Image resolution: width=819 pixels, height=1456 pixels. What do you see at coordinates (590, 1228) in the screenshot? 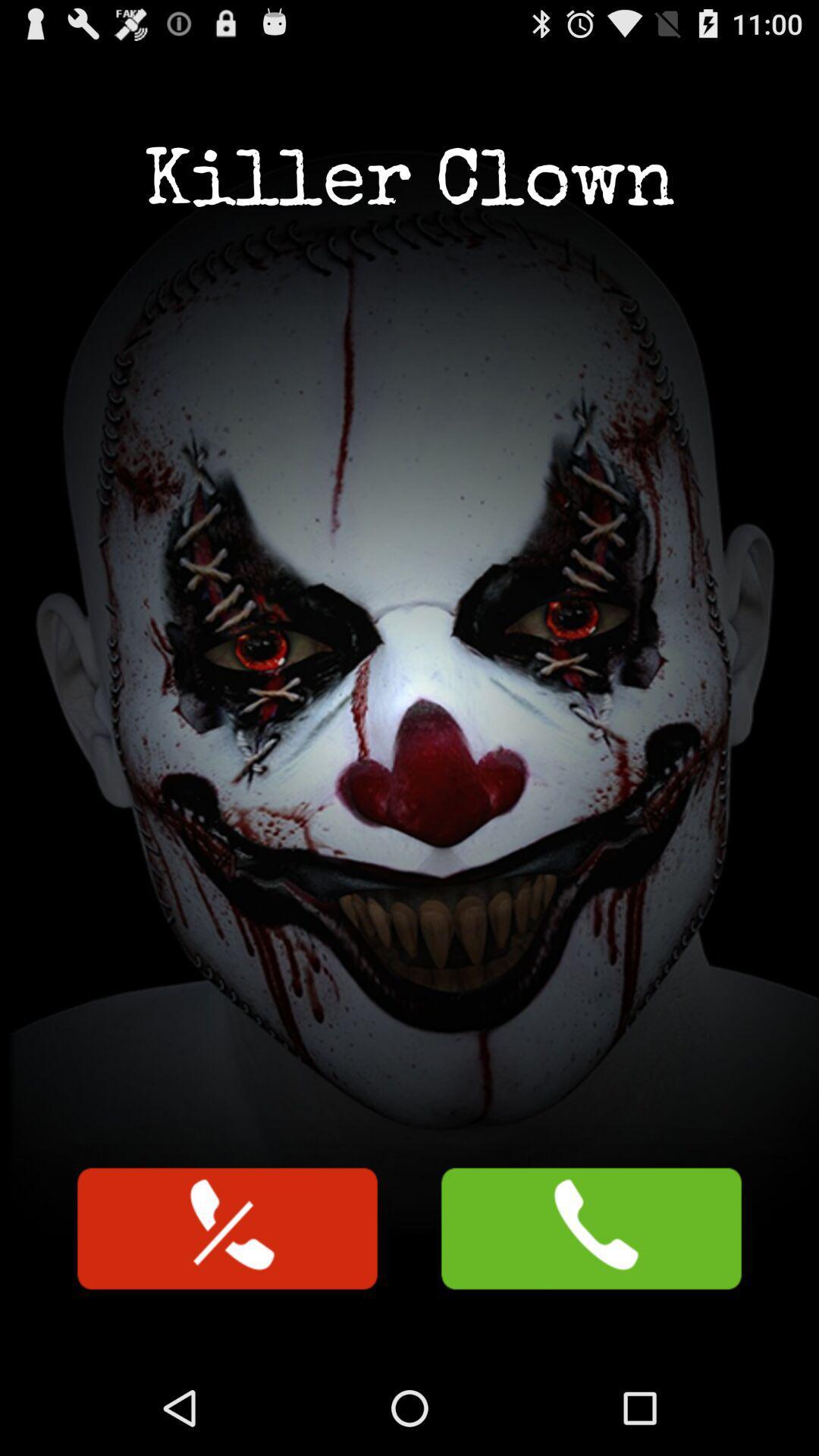
I see `answer call` at bounding box center [590, 1228].